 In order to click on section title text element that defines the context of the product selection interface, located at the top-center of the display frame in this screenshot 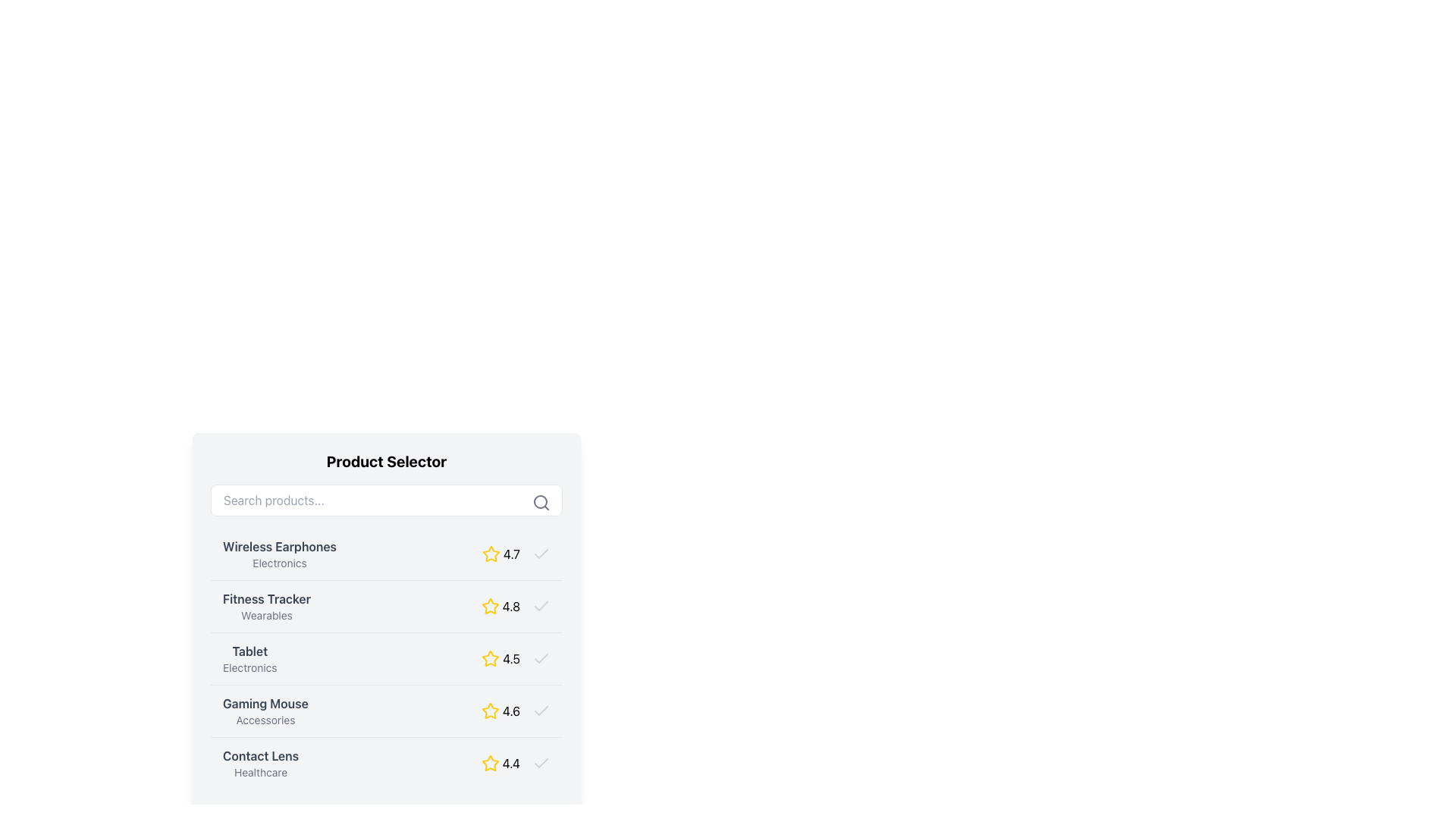, I will do `click(386, 461)`.